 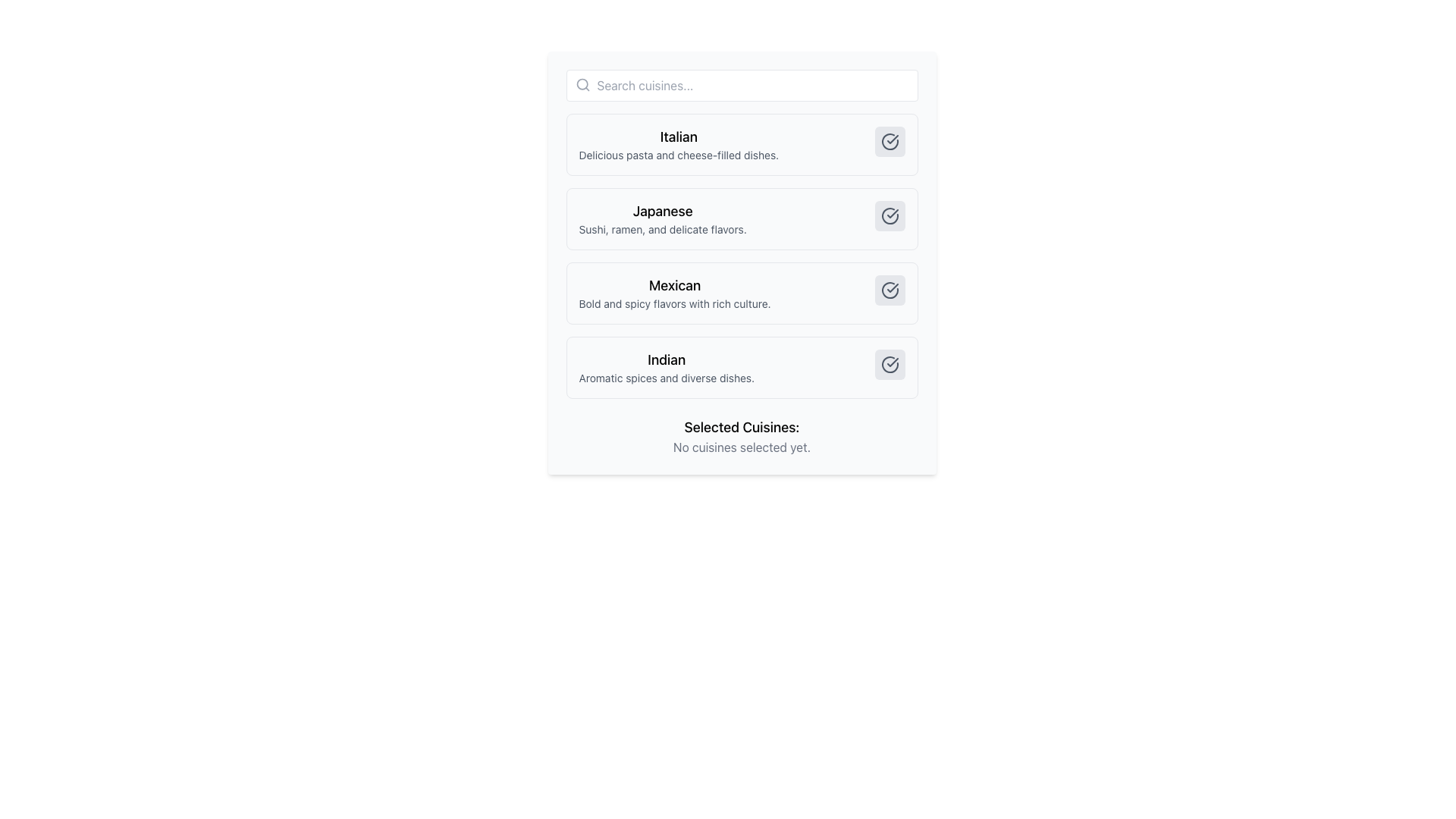 I want to click on the label indicating the purpose of the cuisine selection section, located above the message 'No cuisines selected yet.', so click(x=742, y=427).